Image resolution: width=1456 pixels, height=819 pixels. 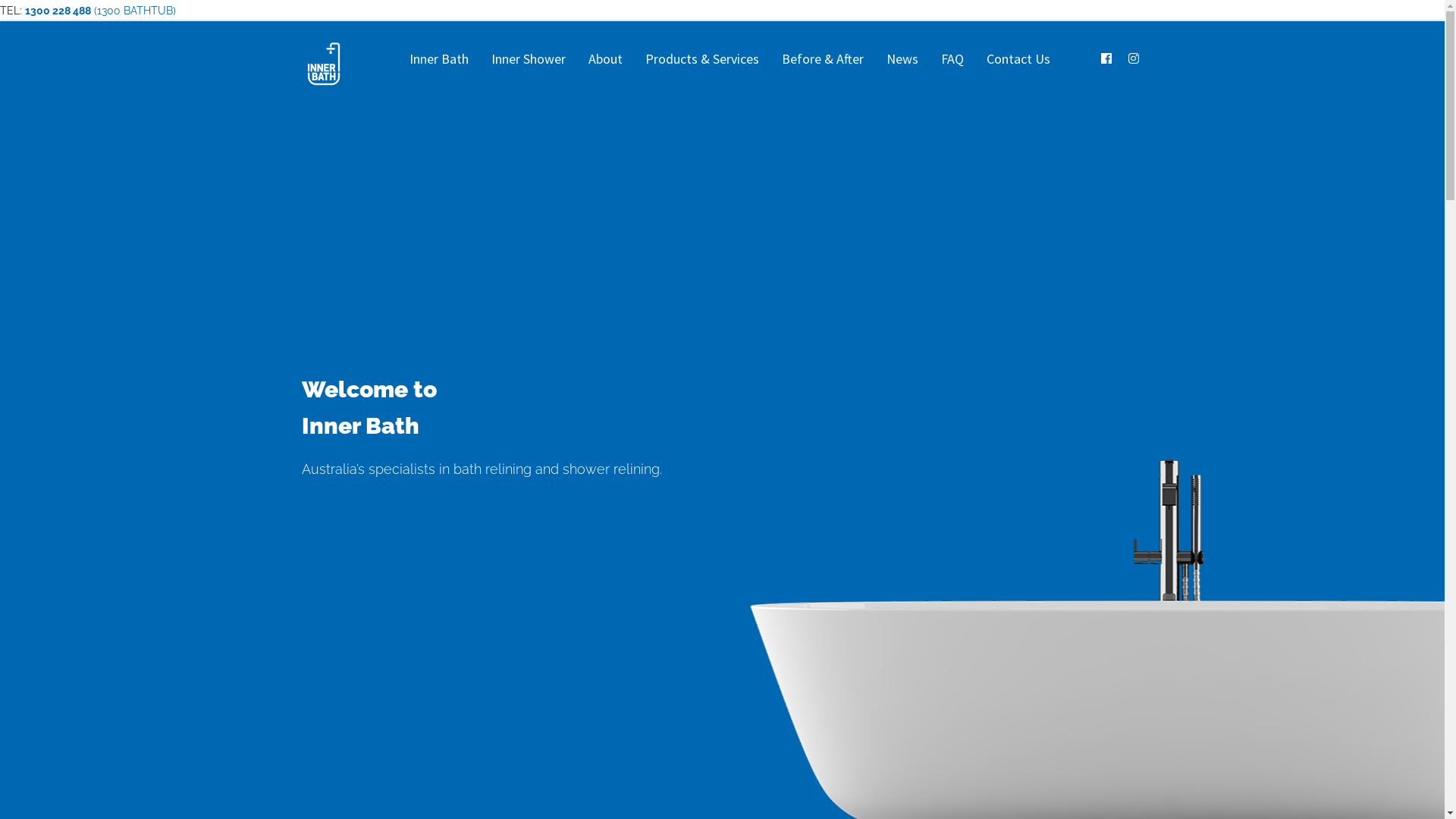 What do you see at coordinates (952, 58) in the screenshot?
I see `'FAQ'` at bounding box center [952, 58].